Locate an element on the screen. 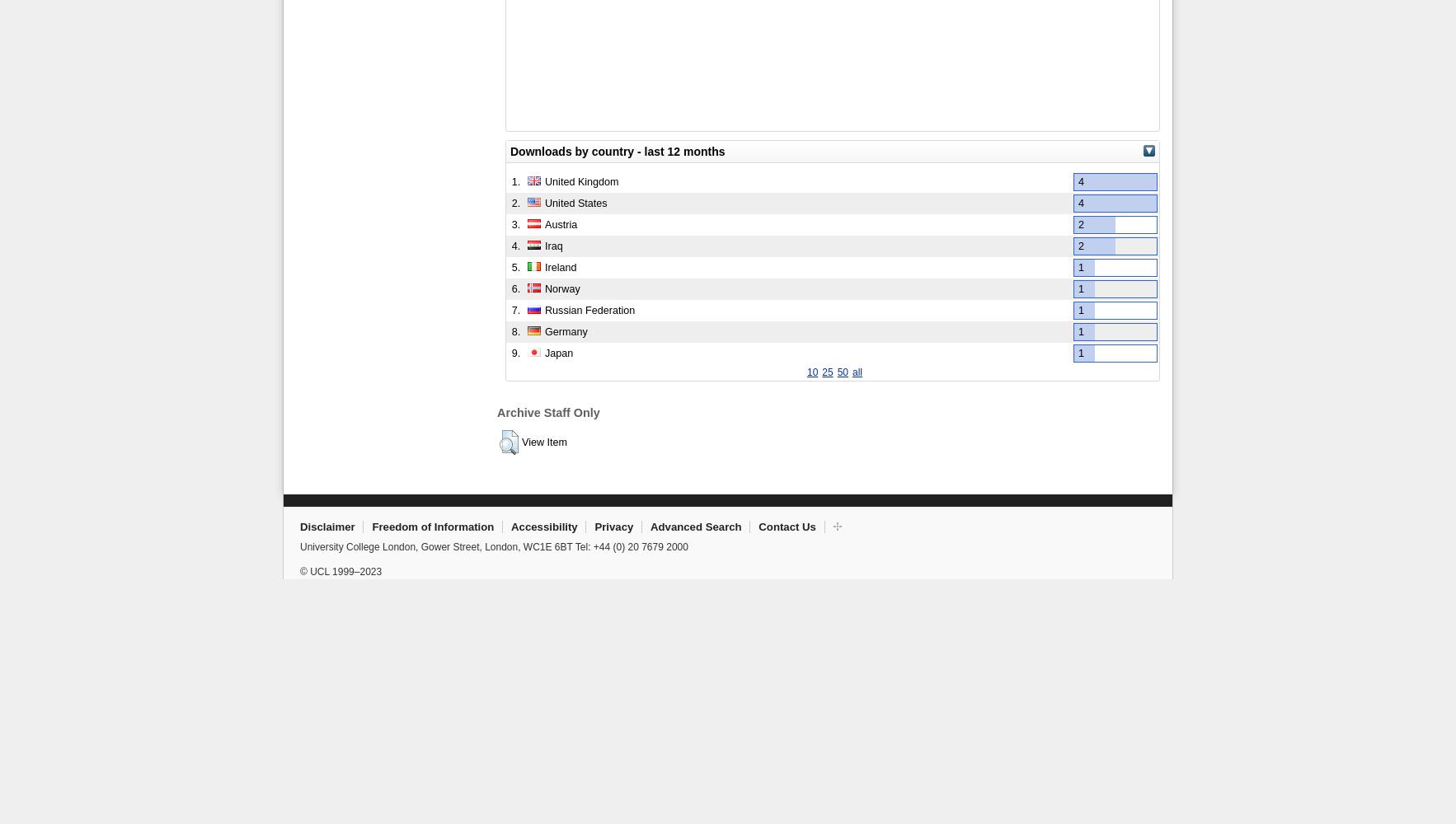  '© UCL 1999–' is located at coordinates (328, 571).